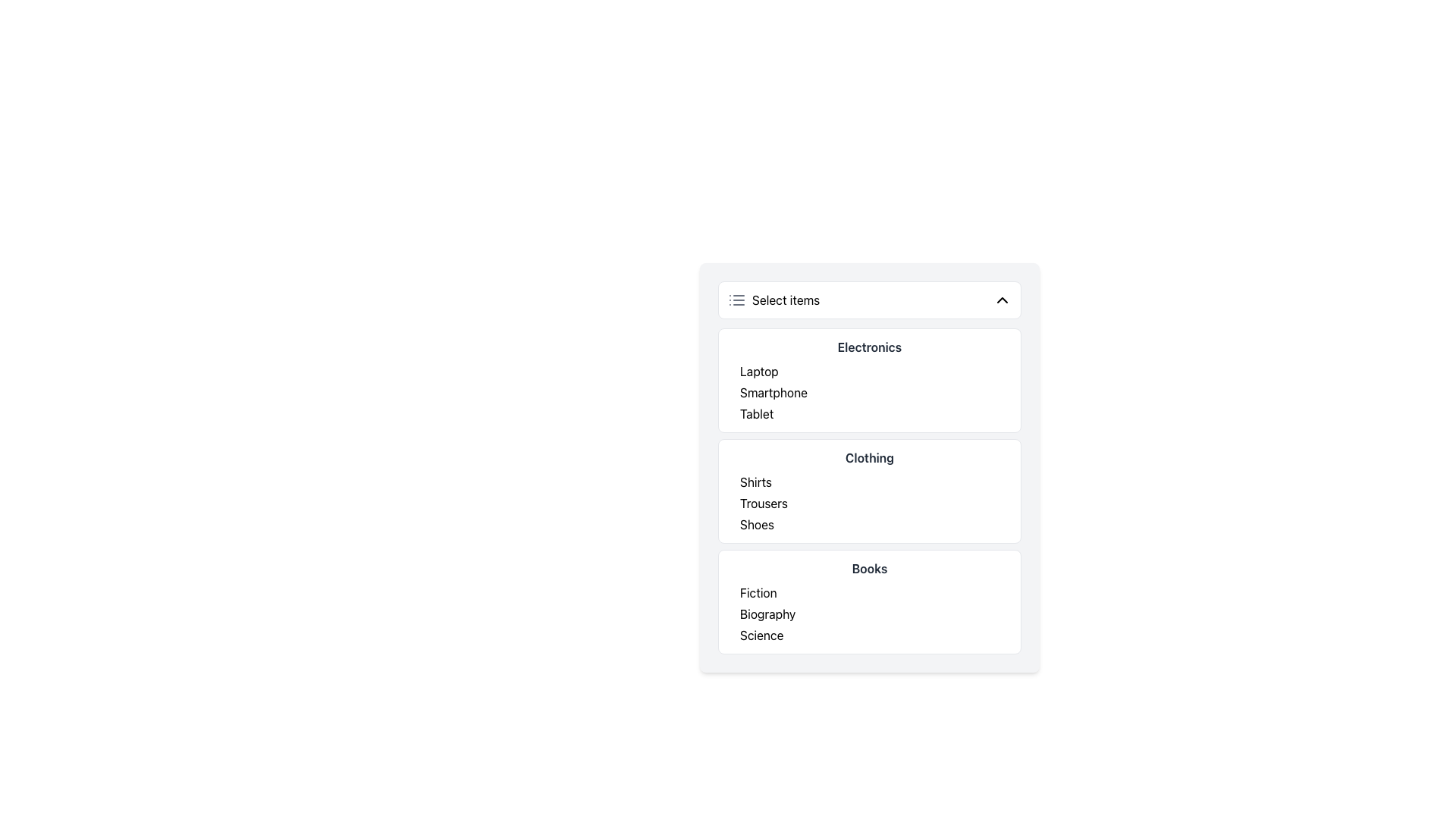  Describe the element at coordinates (870, 491) in the screenshot. I see `options inside the 'Clothing' category card, which displays subcategories such as 'Shirts', 'Trousers', and 'Shoes' in a dropdown menu` at that location.